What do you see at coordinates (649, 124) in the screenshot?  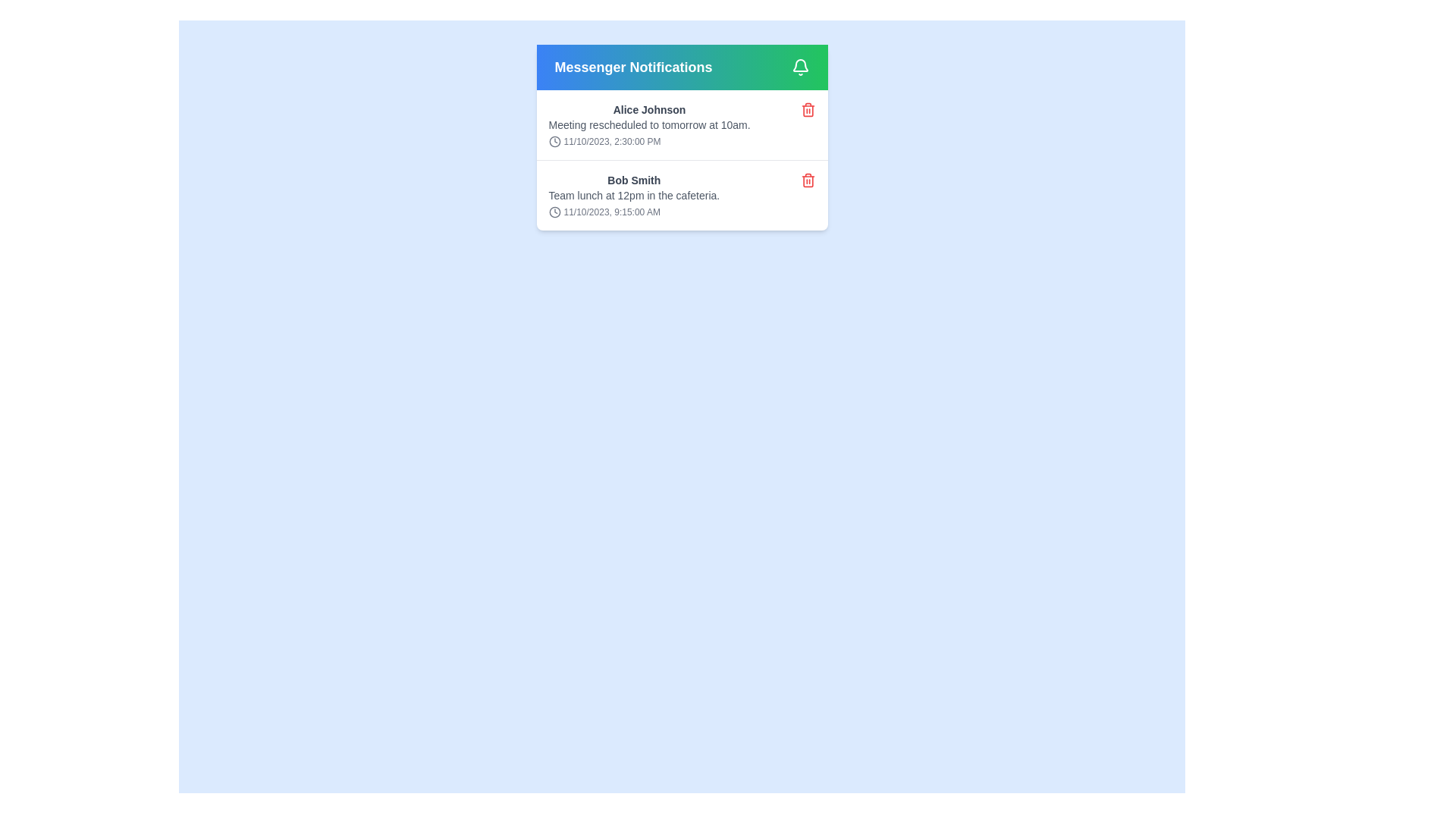 I see `the notification item displaying 'Alice Johnson' with the message 'Meeting rescheduled to tomorrow at 10am.'` at bounding box center [649, 124].